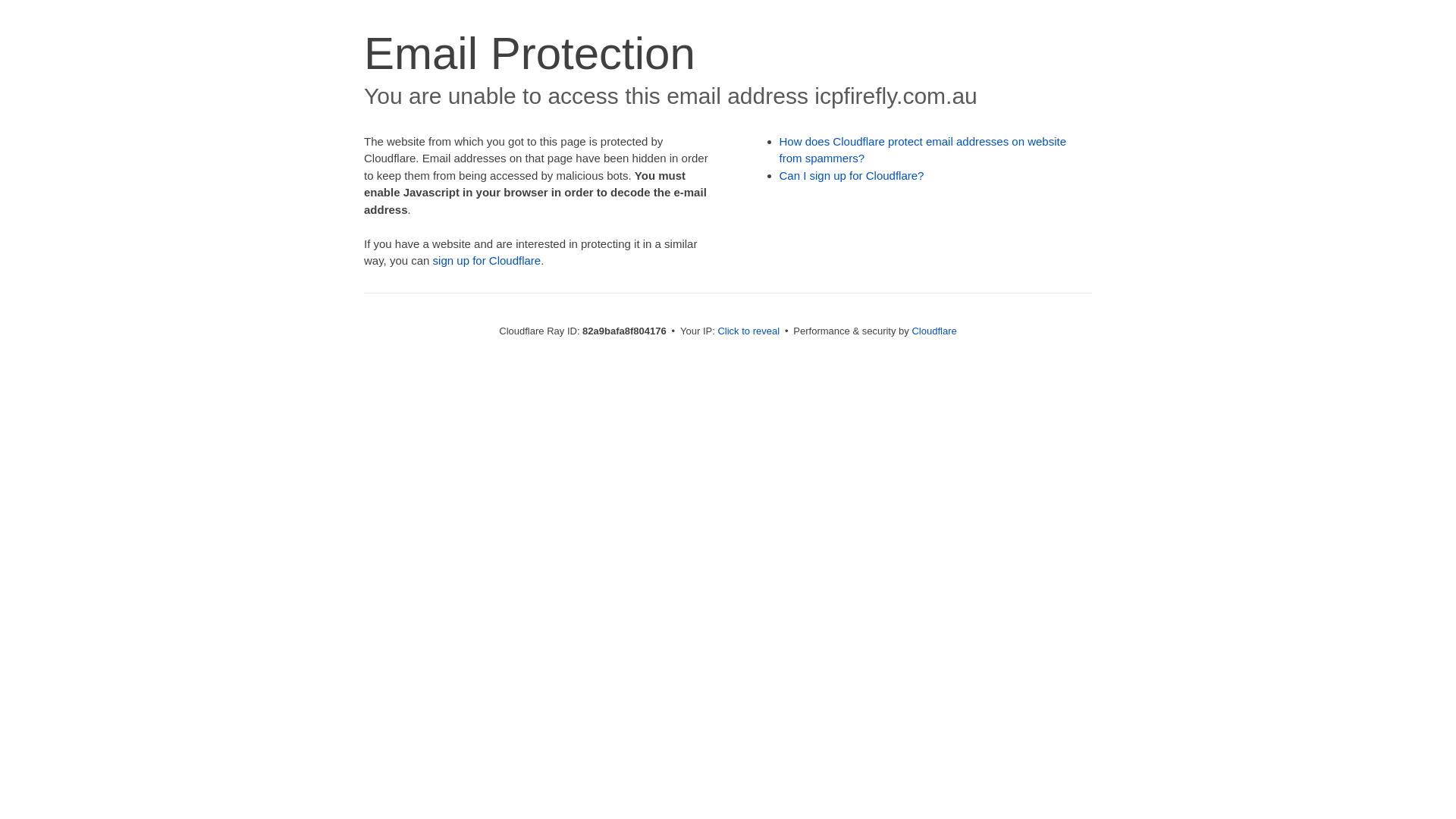 The height and width of the screenshot is (819, 1456). I want to click on 'Click to reveal', so click(716, 330).